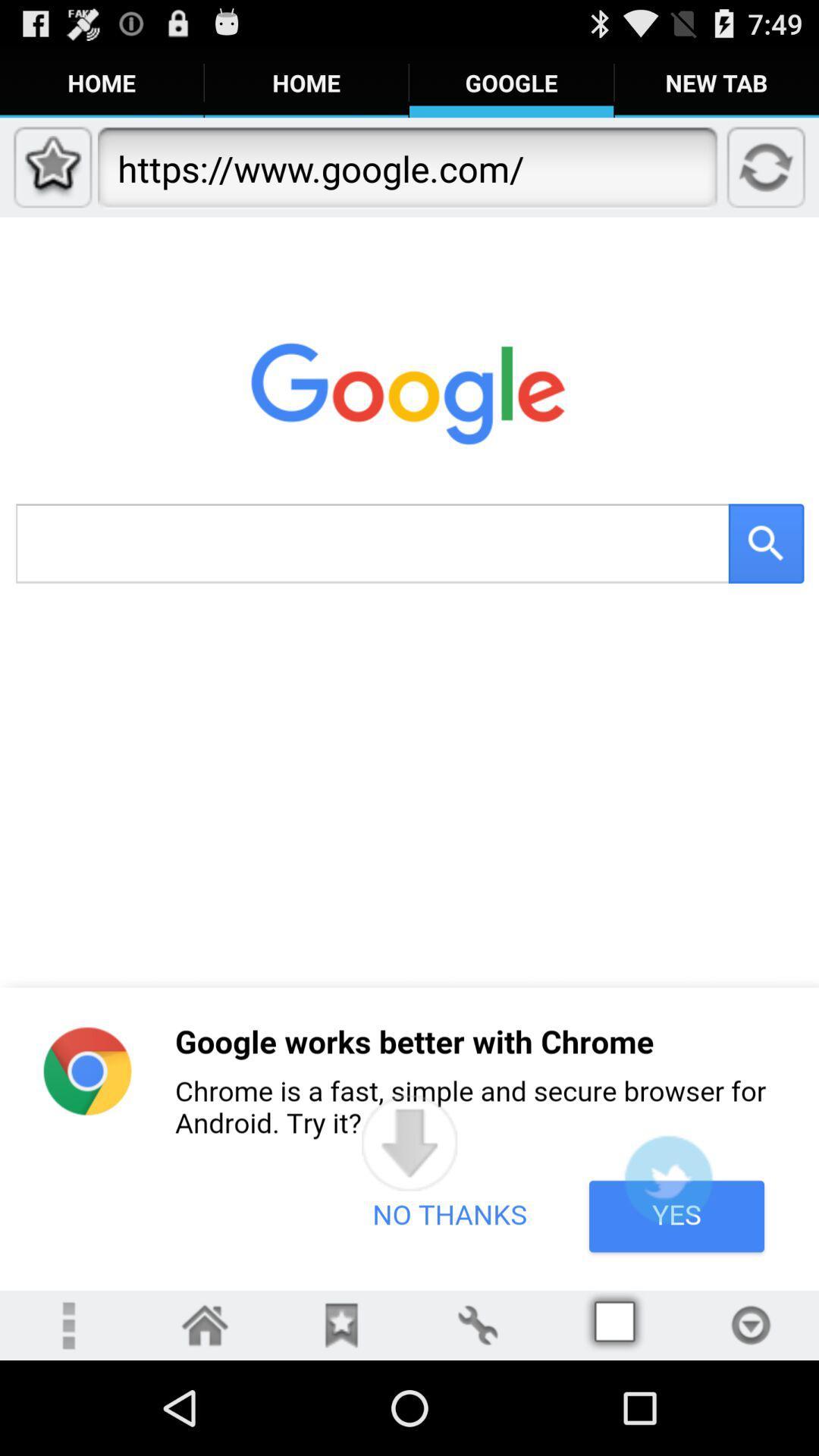 The width and height of the screenshot is (819, 1456). I want to click on bookmarks, so click(341, 1324).